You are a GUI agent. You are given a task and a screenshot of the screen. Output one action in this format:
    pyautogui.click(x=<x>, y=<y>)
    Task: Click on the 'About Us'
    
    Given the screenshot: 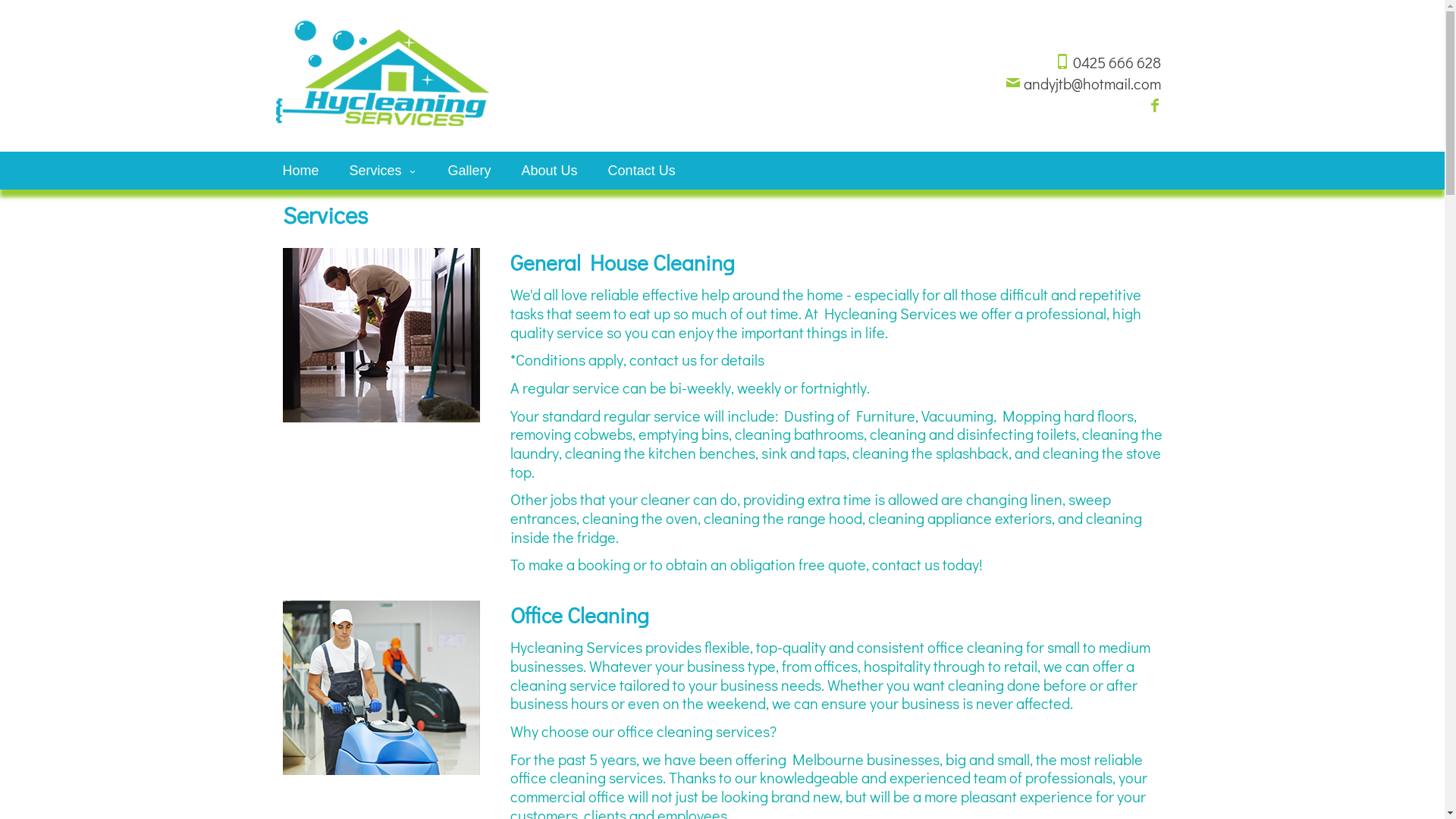 What is the action you would take?
    pyautogui.click(x=548, y=170)
    